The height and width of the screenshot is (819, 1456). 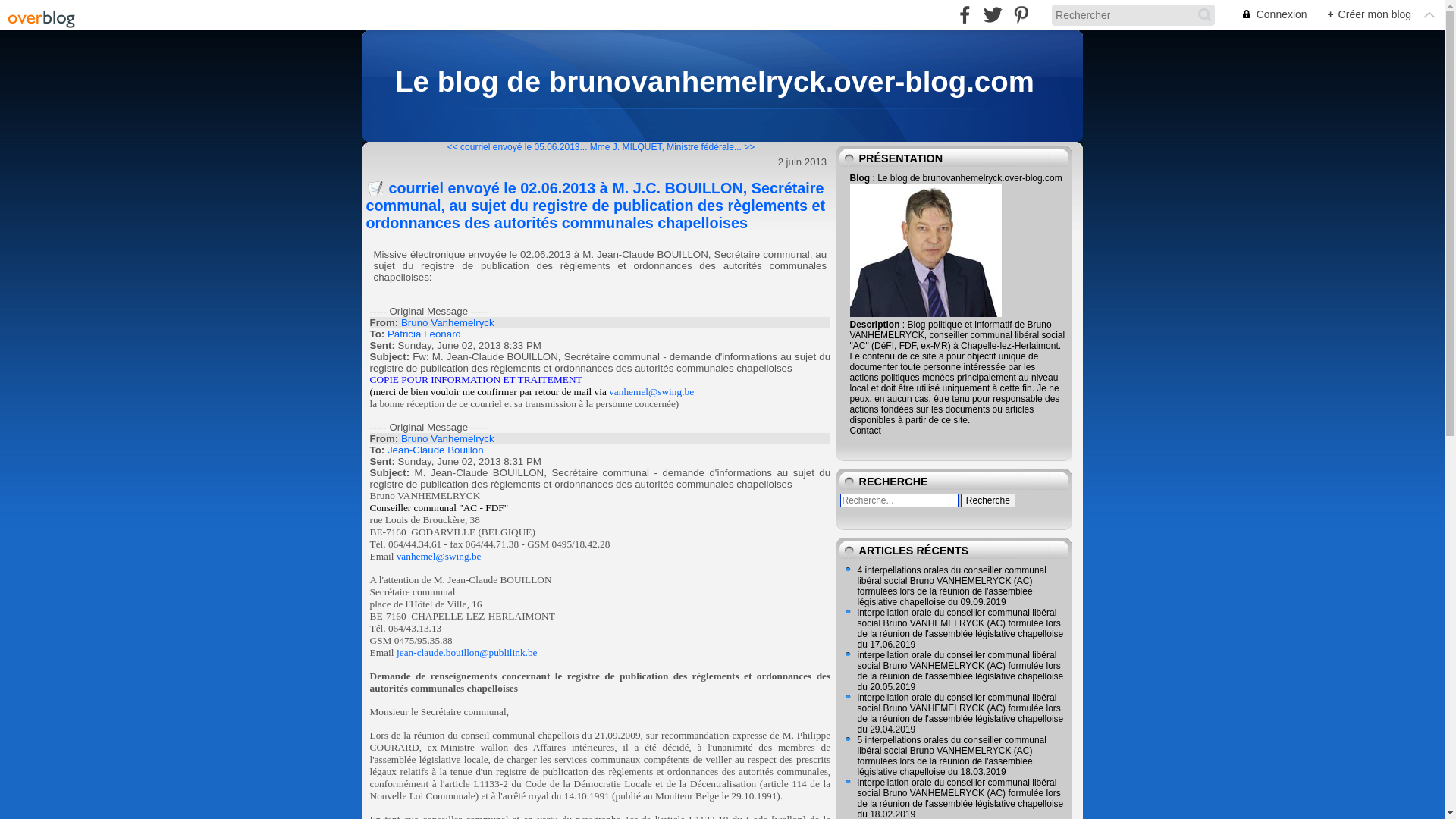 What do you see at coordinates (447, 322) in the screenshot?
I see `'Bruno Vanhemelryck'` at bounding box center [447, 322].